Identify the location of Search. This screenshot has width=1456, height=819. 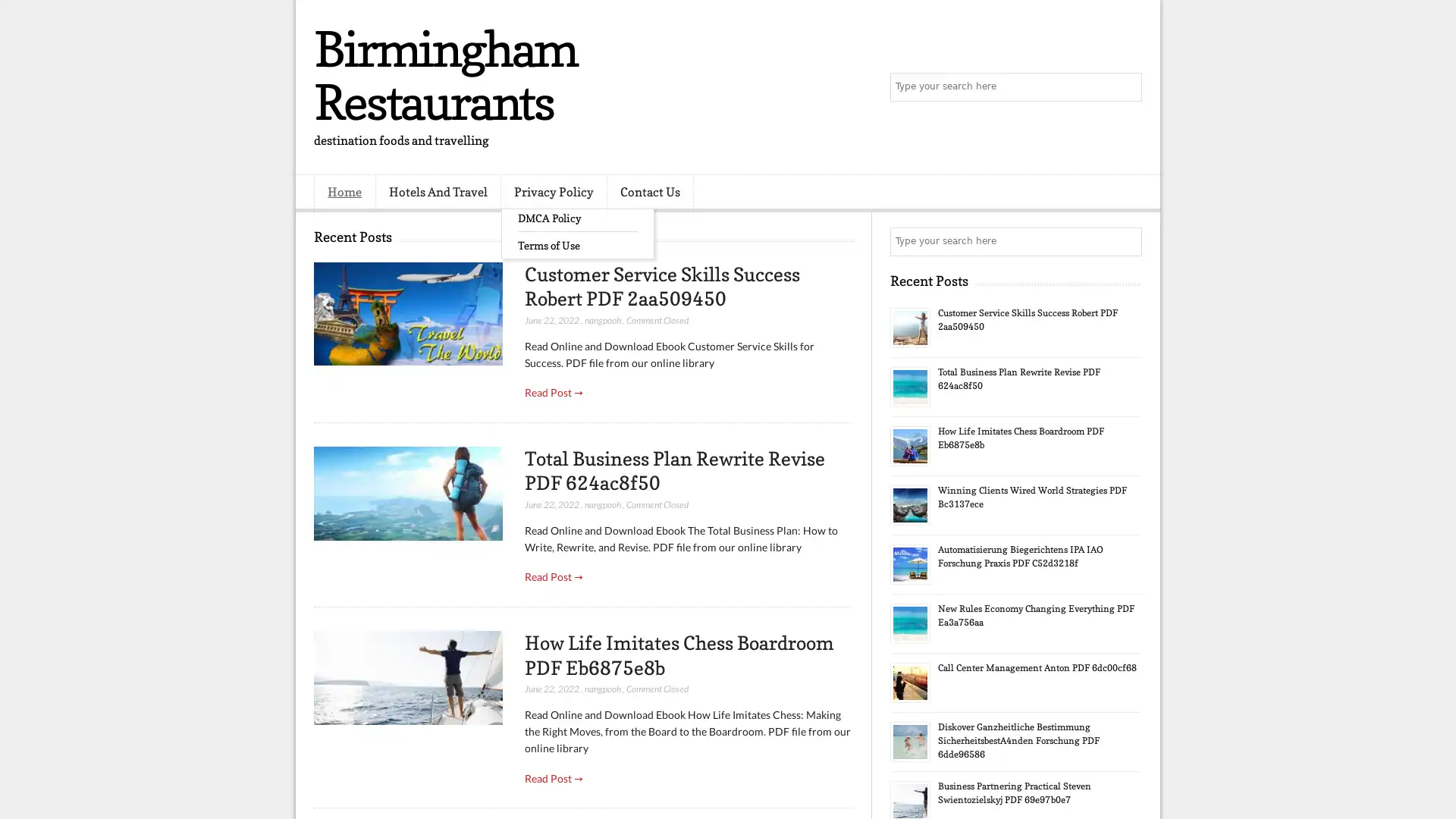
(1126, 241).